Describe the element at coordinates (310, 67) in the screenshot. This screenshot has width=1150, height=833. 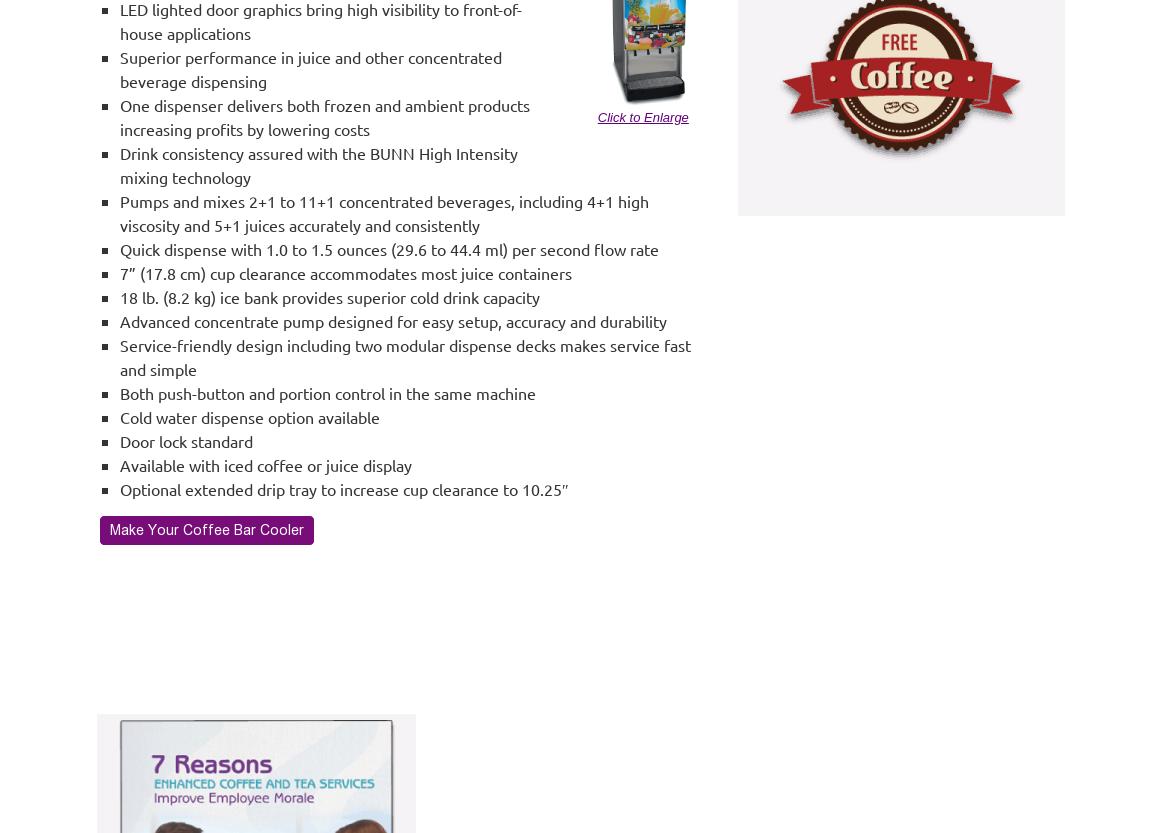
I see `'Superior performance in juice and other concentrated beverage dispensing'` at that location.